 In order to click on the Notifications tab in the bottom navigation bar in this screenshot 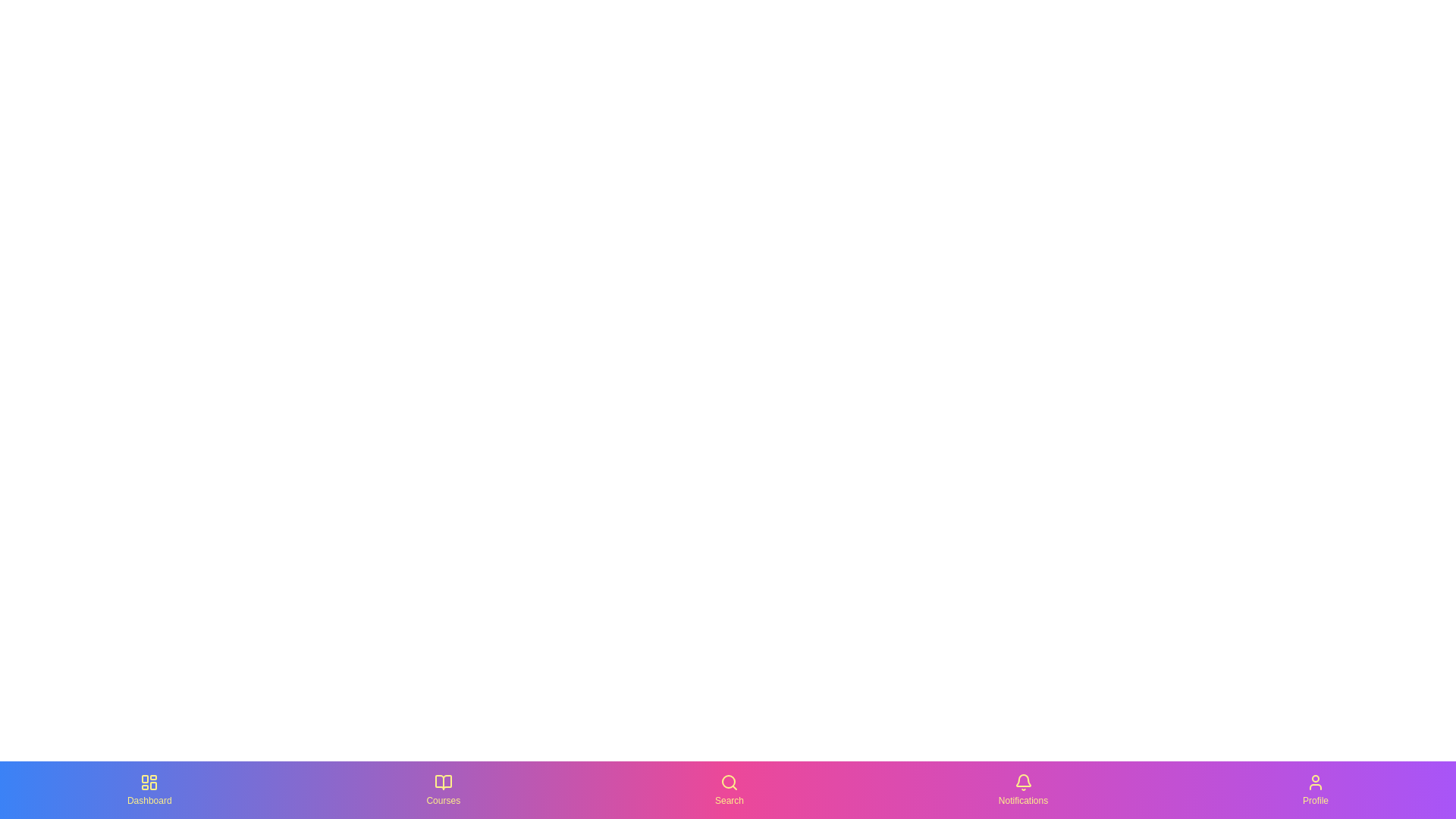, I will do `click(1023, 789)`.